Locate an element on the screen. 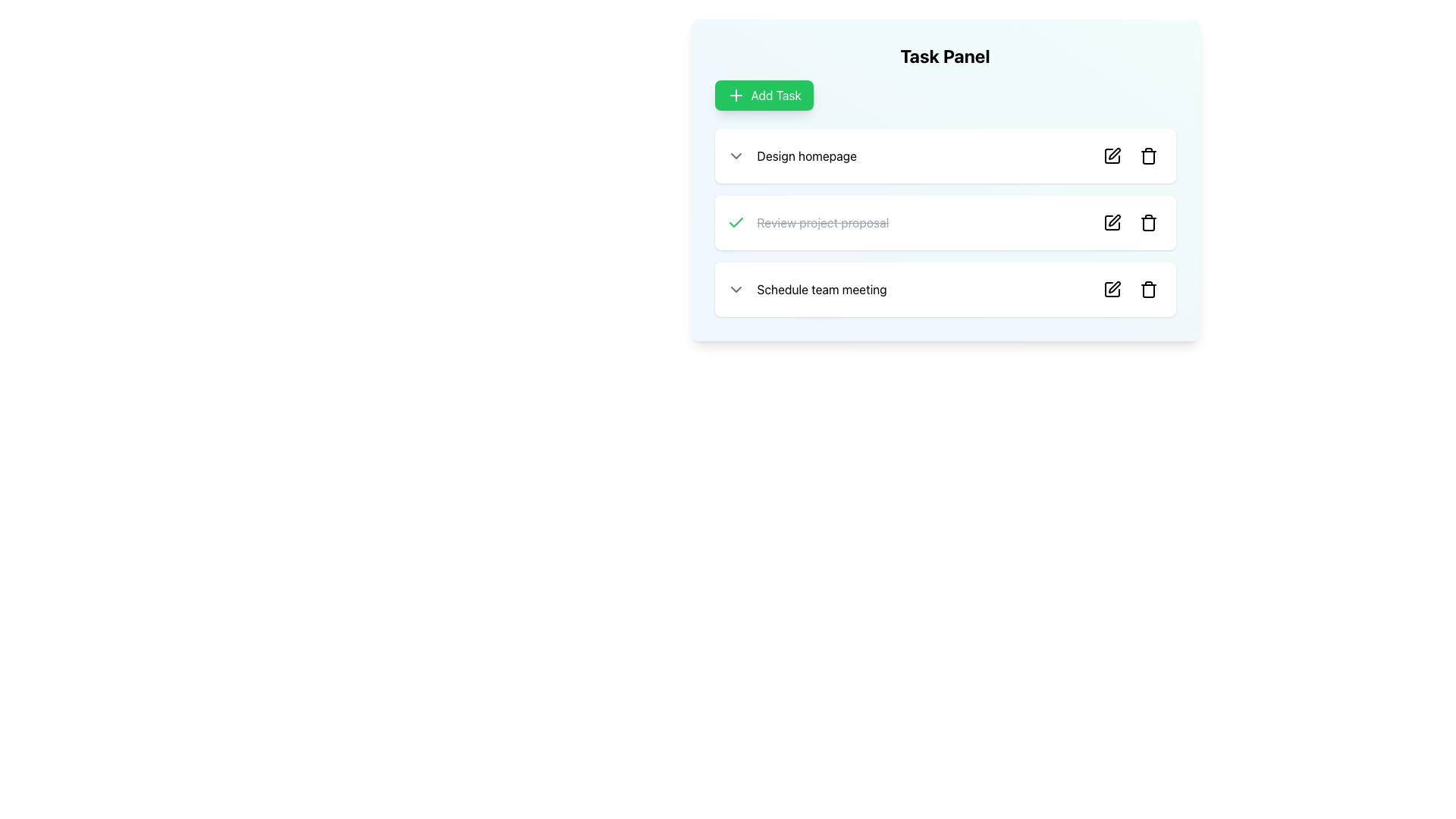  the delete icon button located to the far right of the 'Review project proposal' task item is located at coordinates (1148, 222).